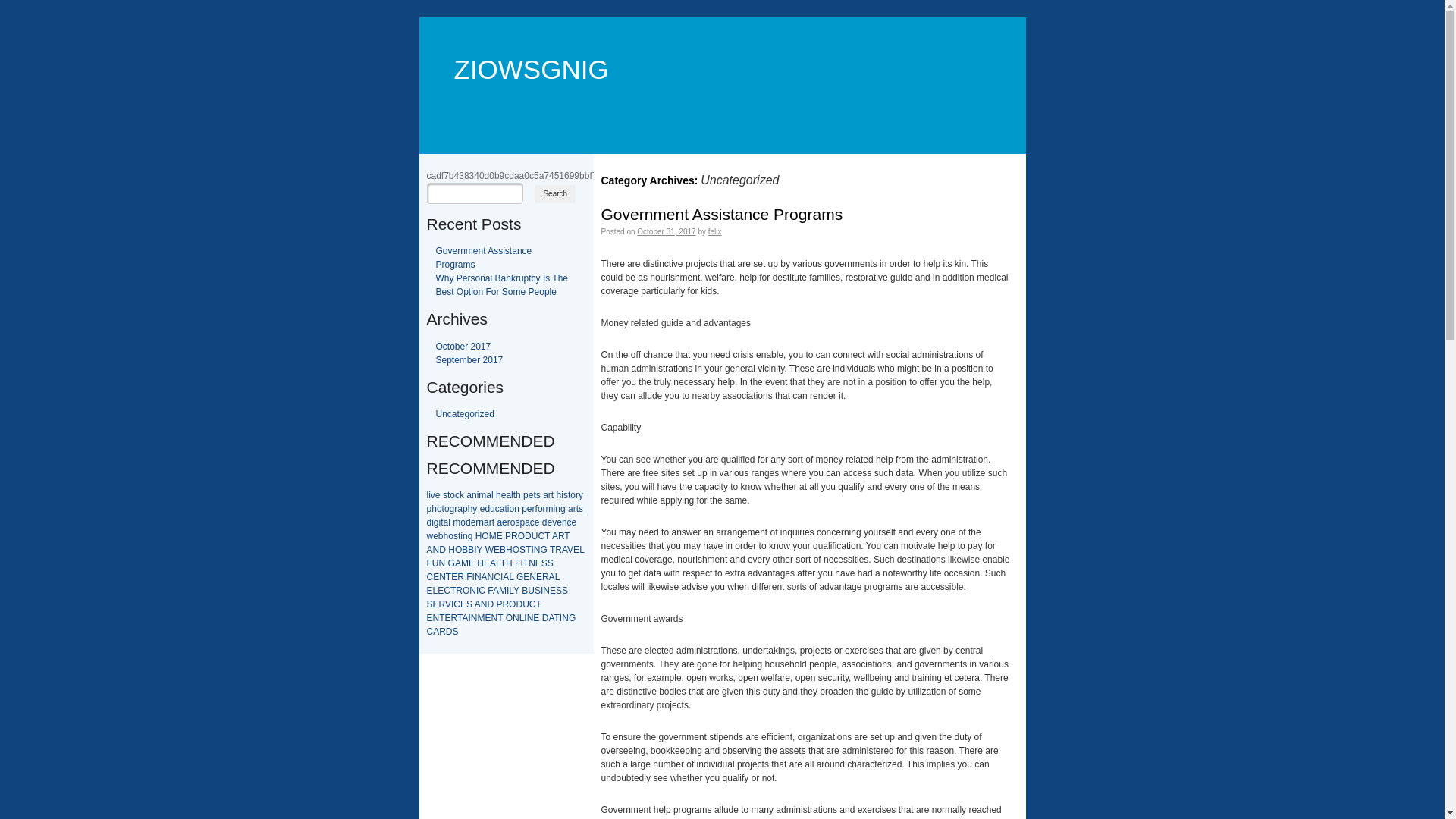  What do you see at coordinates (507, 522) in the screenshot?
I see `'r'` at bounding box center [507, 522].